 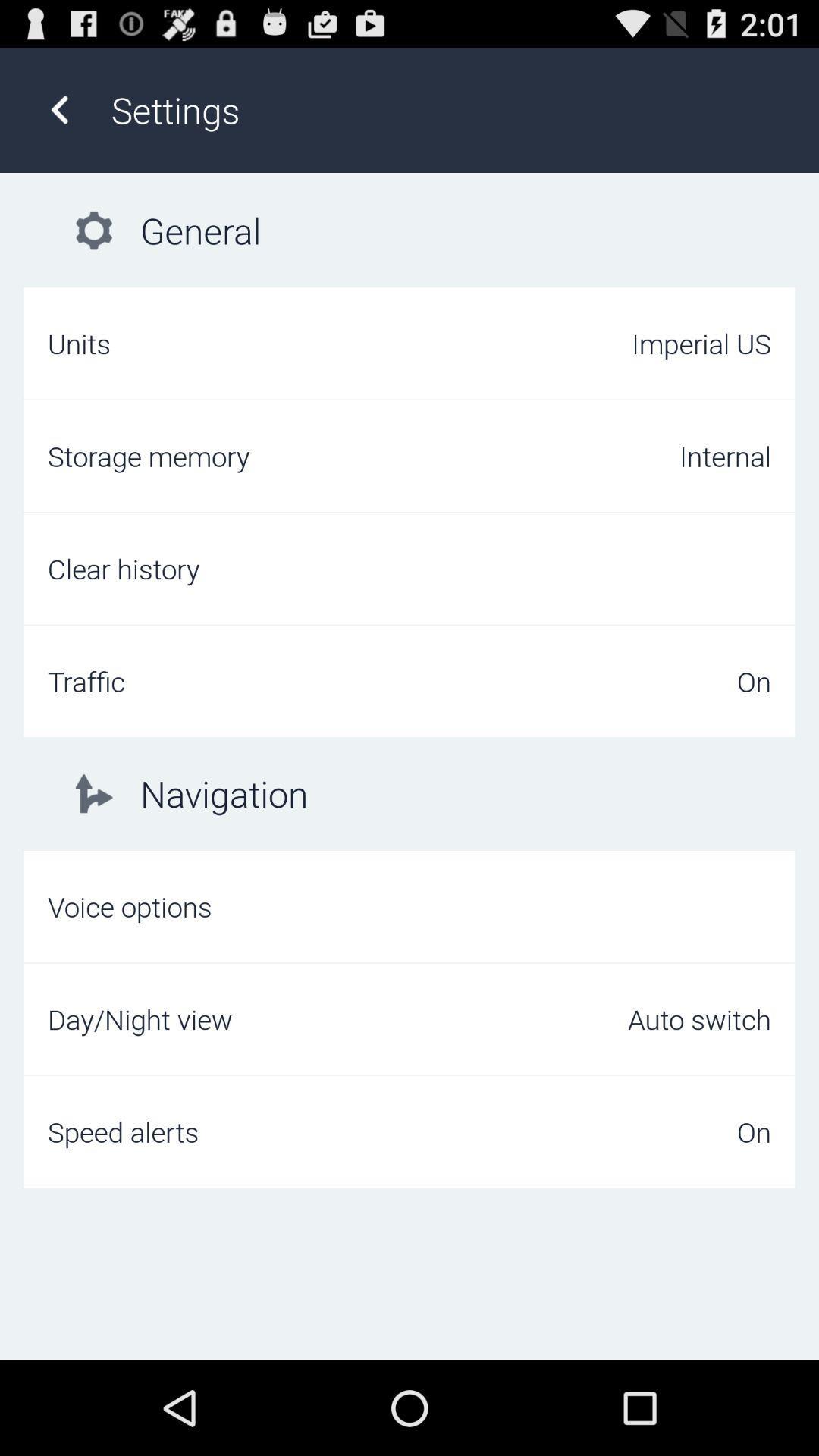 I want to click on the settings item, so click(x=448, y=109).